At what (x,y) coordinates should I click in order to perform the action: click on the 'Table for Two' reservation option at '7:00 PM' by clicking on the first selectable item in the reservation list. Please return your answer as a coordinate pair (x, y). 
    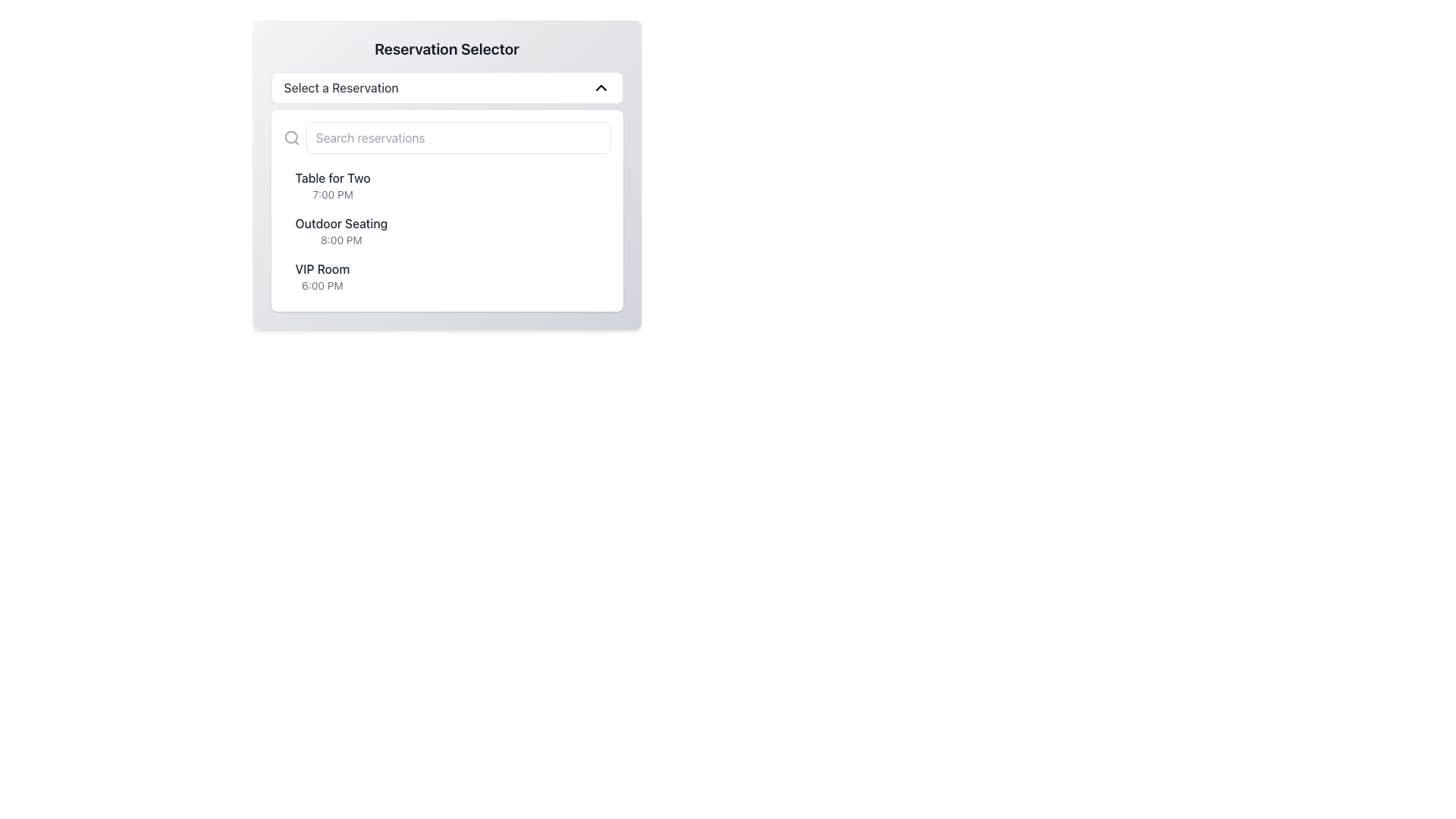
    Looking at the image, I should click on (446, 185).